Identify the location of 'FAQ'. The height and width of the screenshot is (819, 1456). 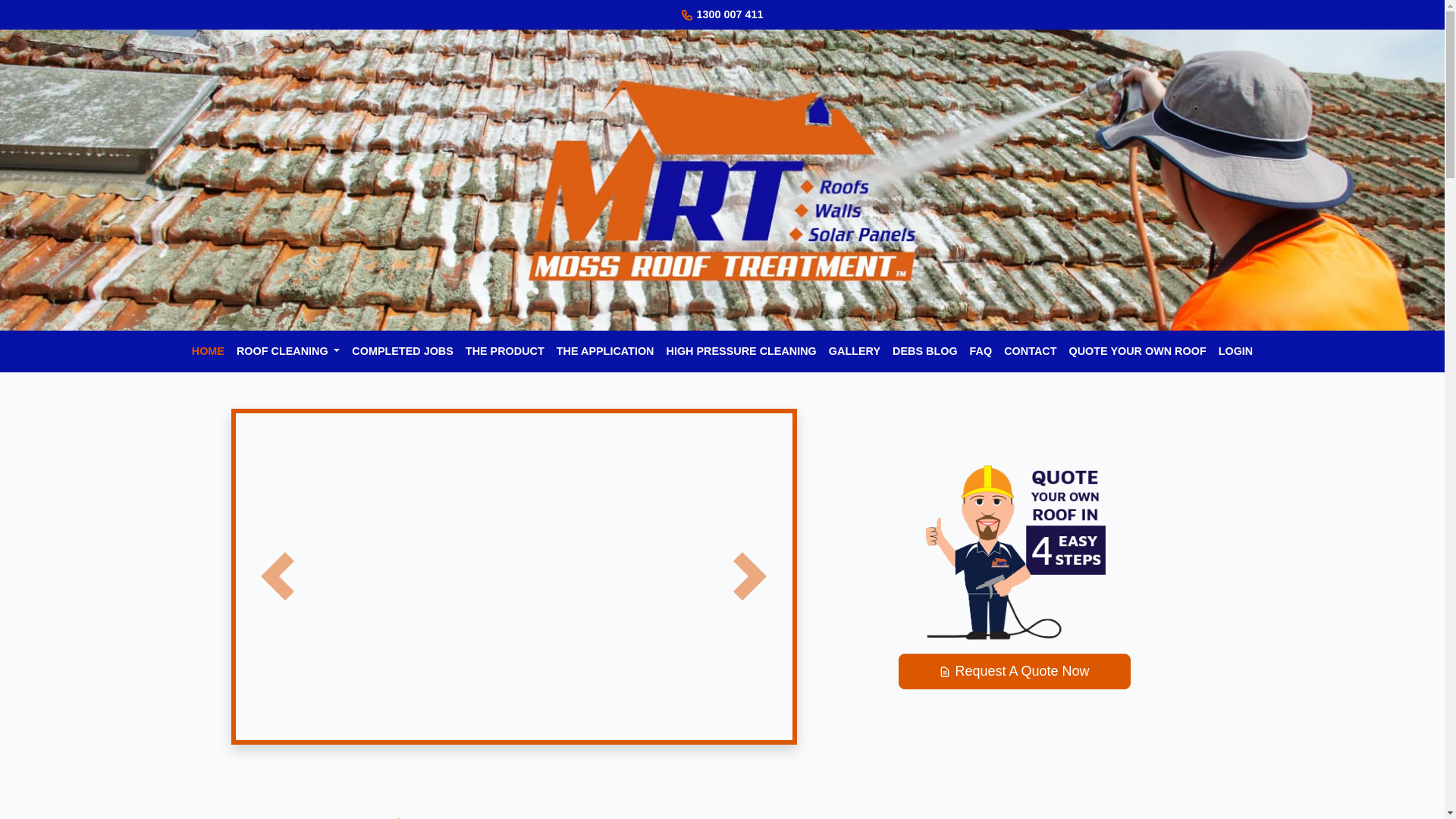
(981, 351).